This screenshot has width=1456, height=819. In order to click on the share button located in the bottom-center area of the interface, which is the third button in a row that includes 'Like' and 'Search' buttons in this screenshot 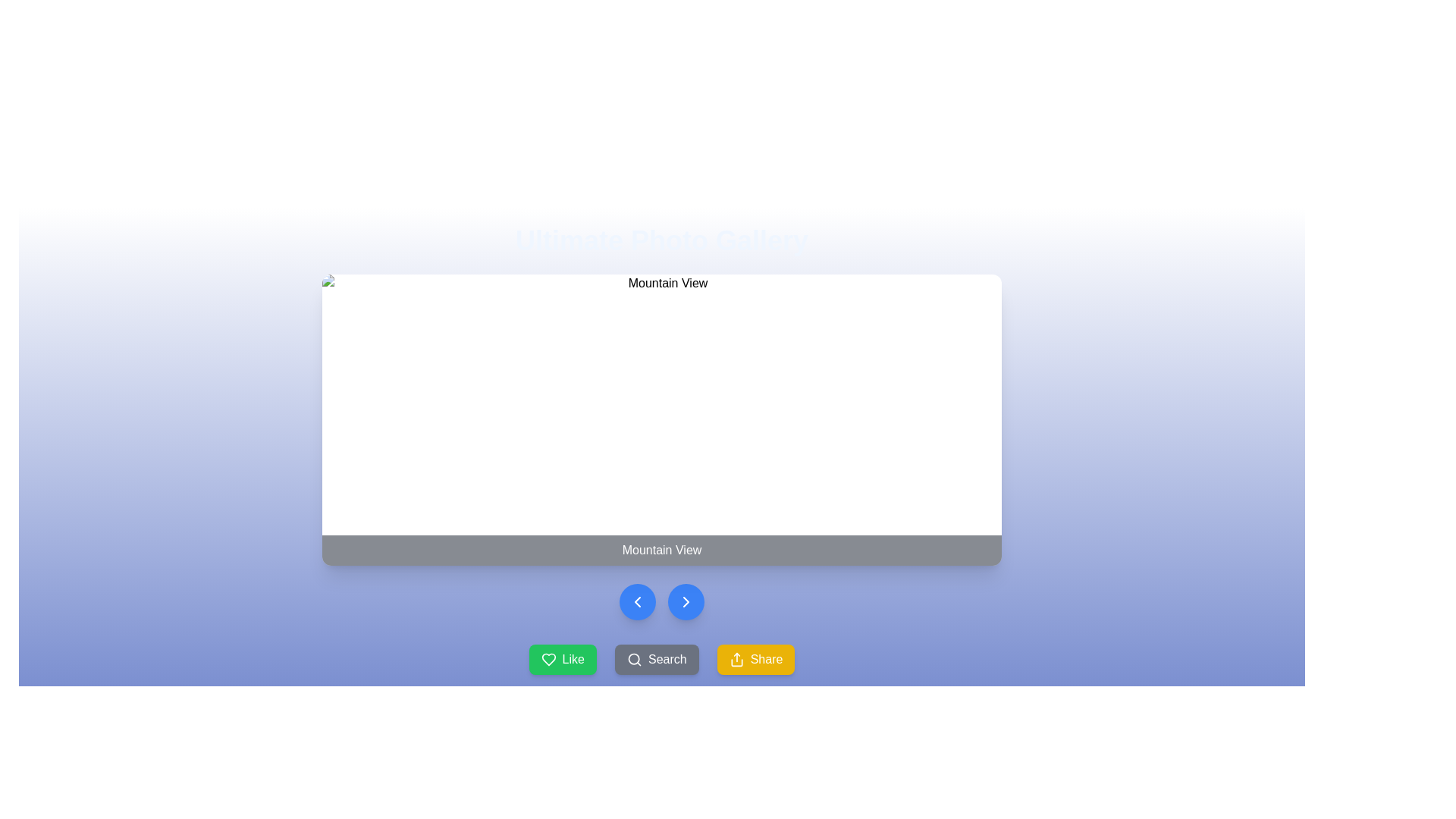, I will do `click(756, 659)`.